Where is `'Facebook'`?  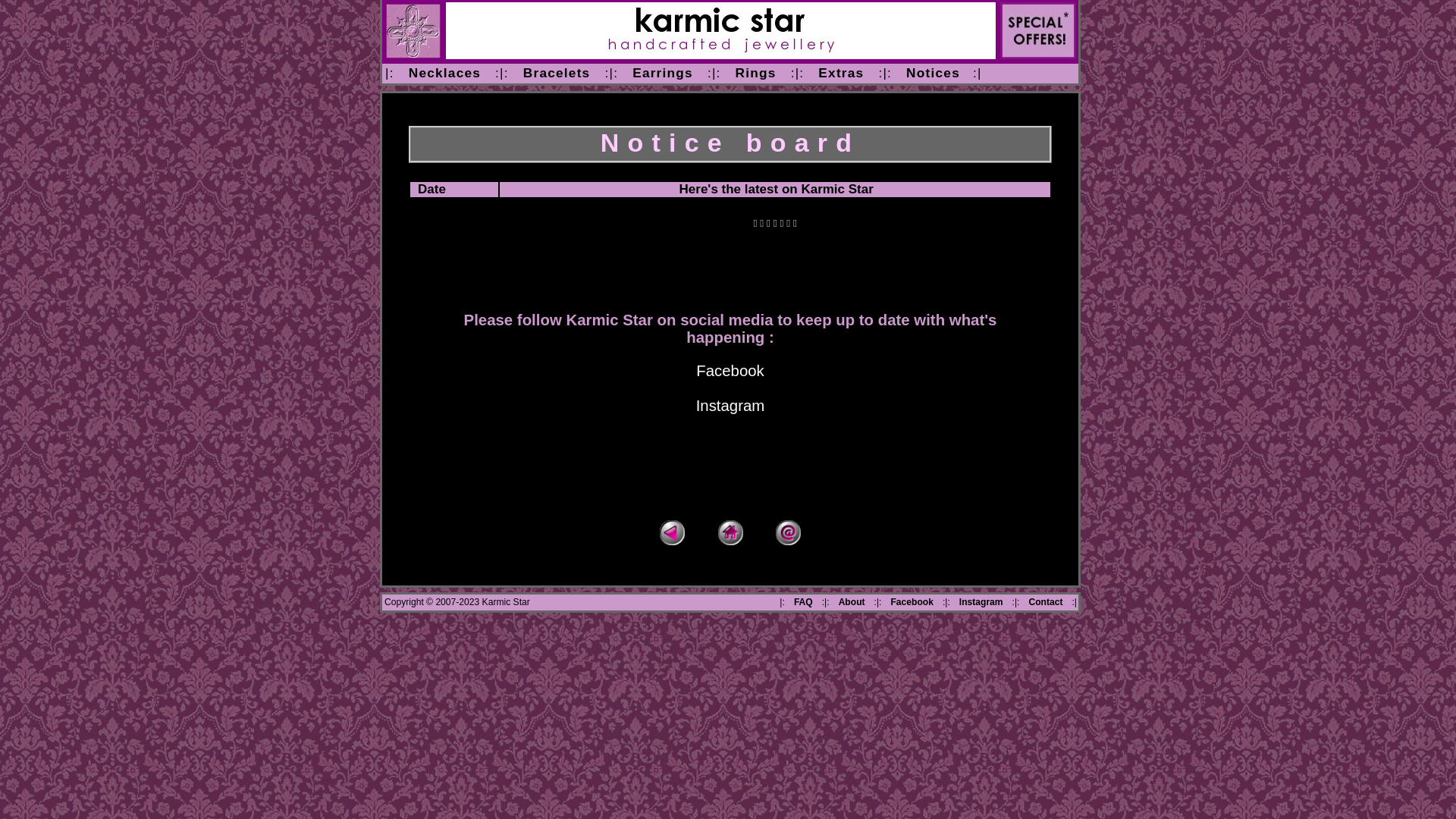 'Facebook' is located at coordinates (730, 371).